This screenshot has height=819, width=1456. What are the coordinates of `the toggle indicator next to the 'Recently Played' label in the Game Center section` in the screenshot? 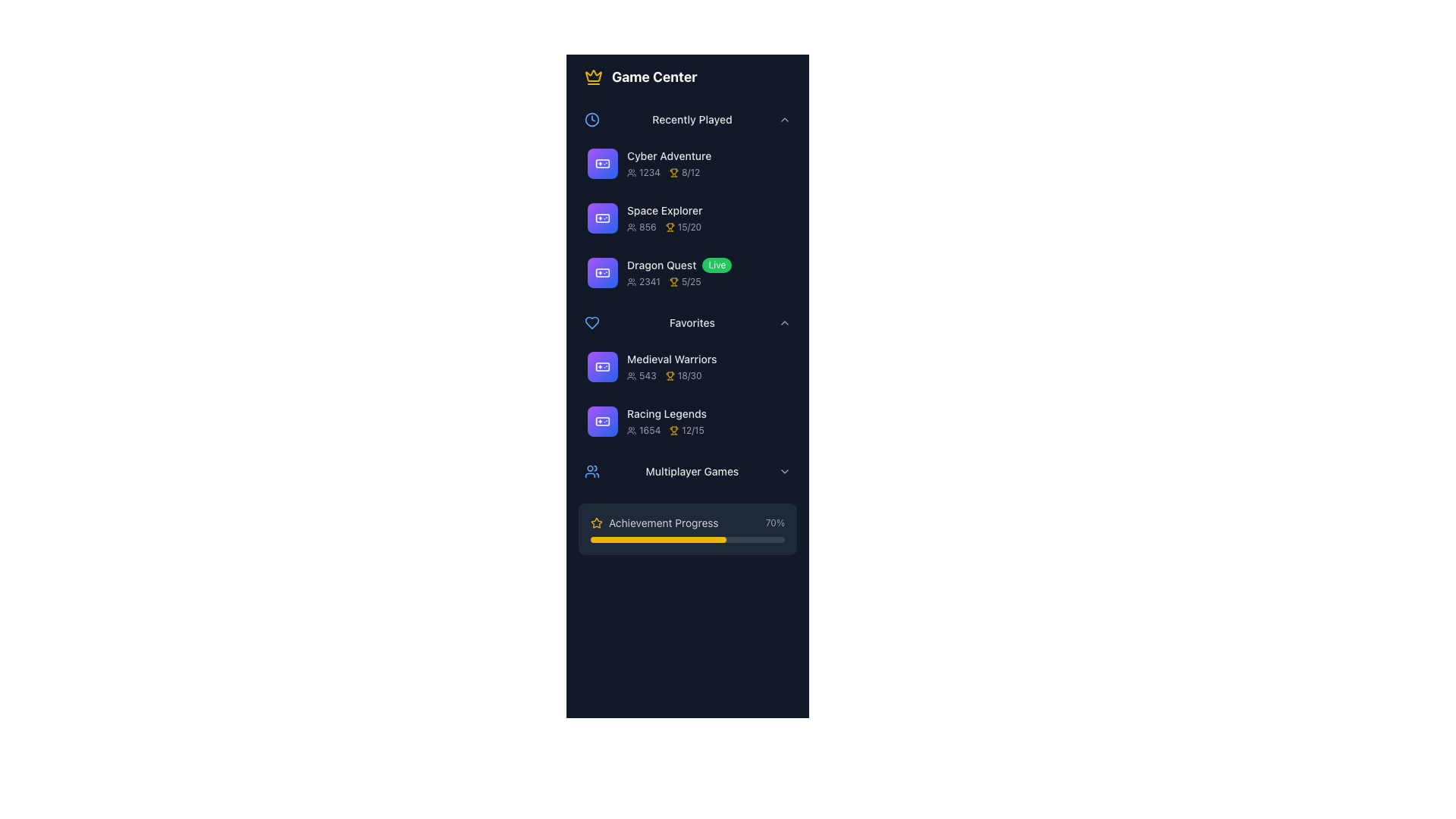 It's located at (785, 119).